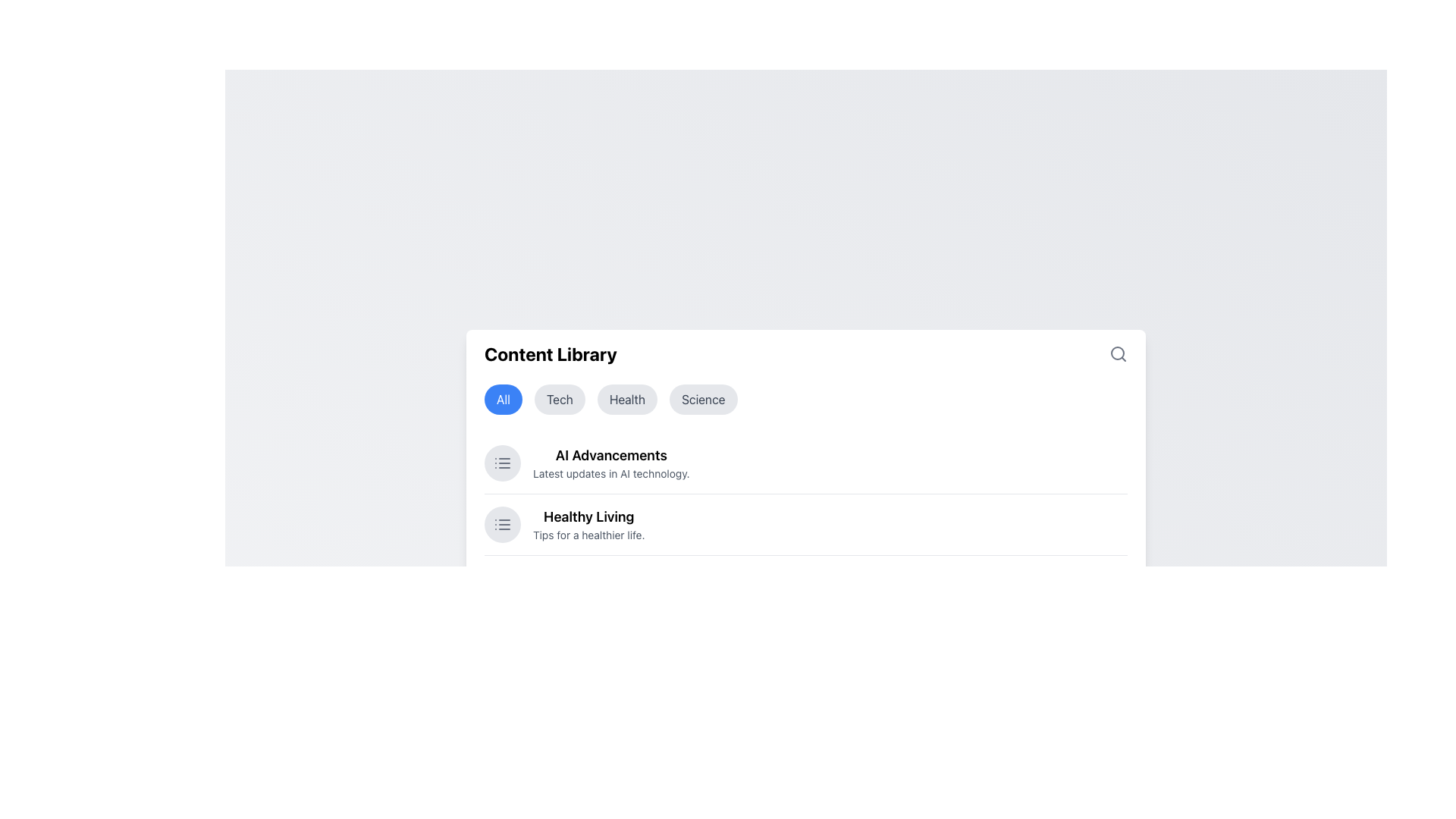 Image resolution: width=1456 pixels, height=819 pixels. What do you see at coordinates (588, 523) in the screenshot?
I see `the clickable list item with heading and description for 'Healthy Living' to enable keyboard navigation` at bounding box center [588, 523].